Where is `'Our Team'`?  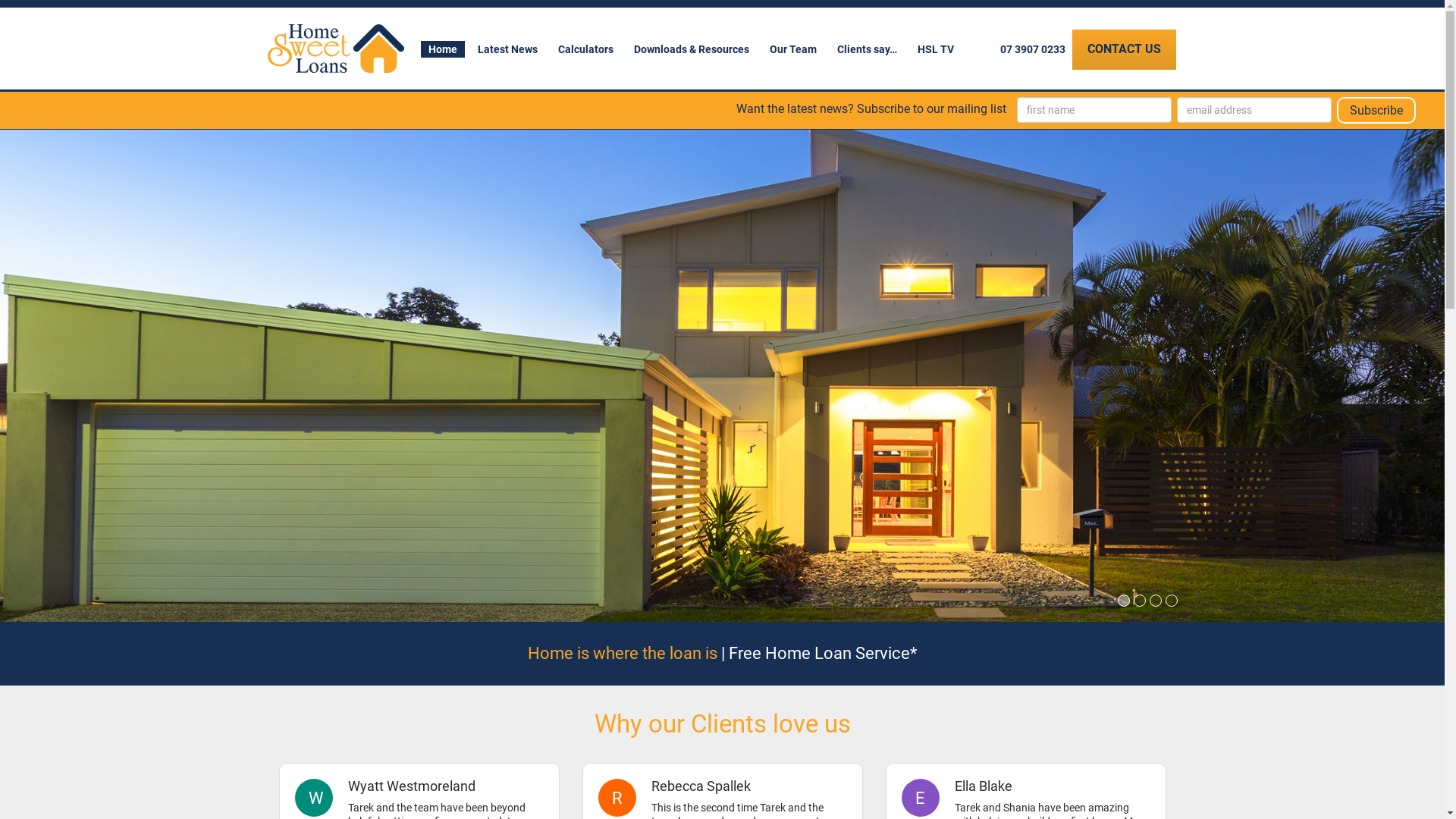 'Our Team' is located at coordinates (792, 49).